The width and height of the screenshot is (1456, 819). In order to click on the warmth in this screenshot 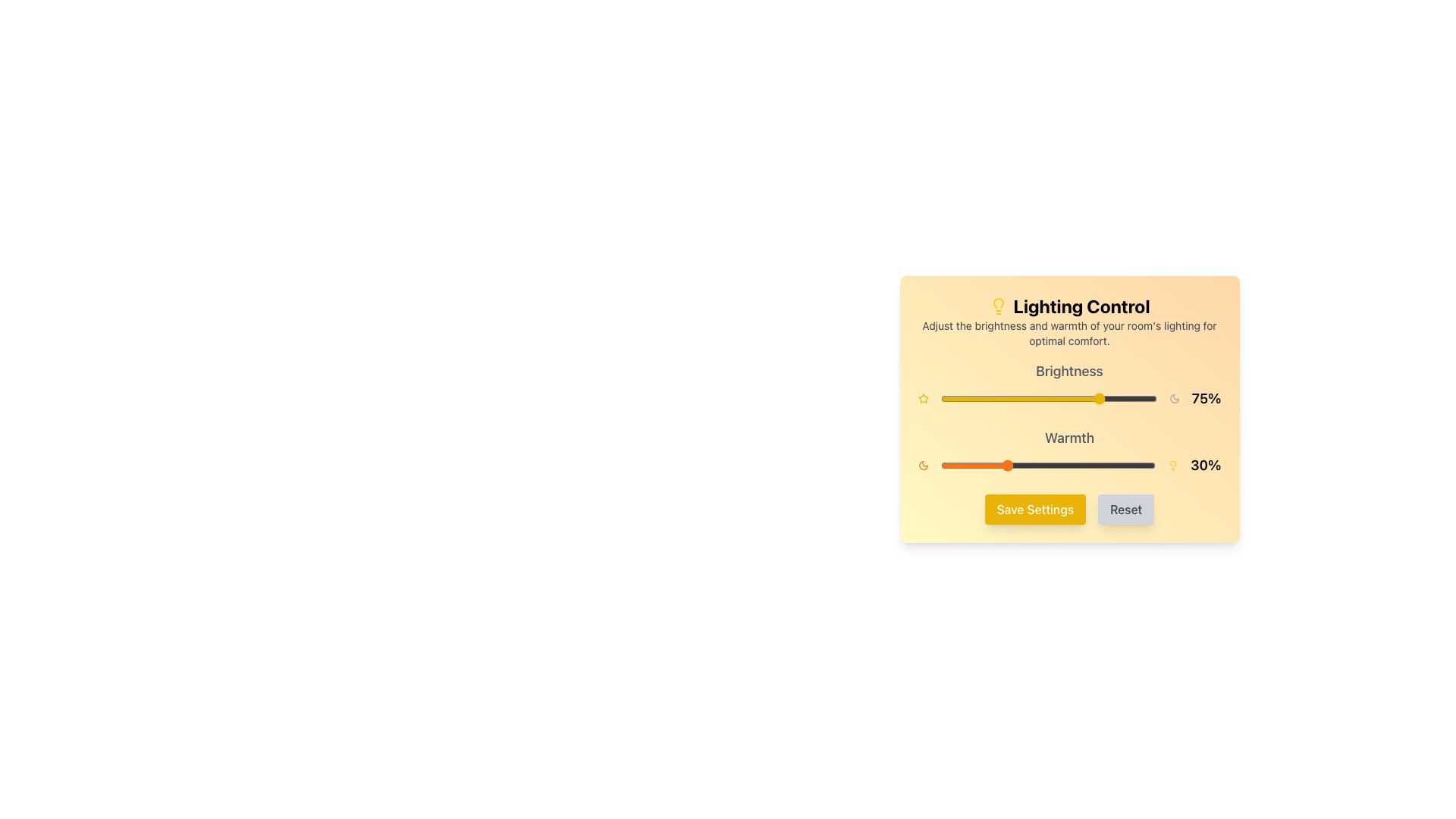, I will do `click(1031, 464)`.